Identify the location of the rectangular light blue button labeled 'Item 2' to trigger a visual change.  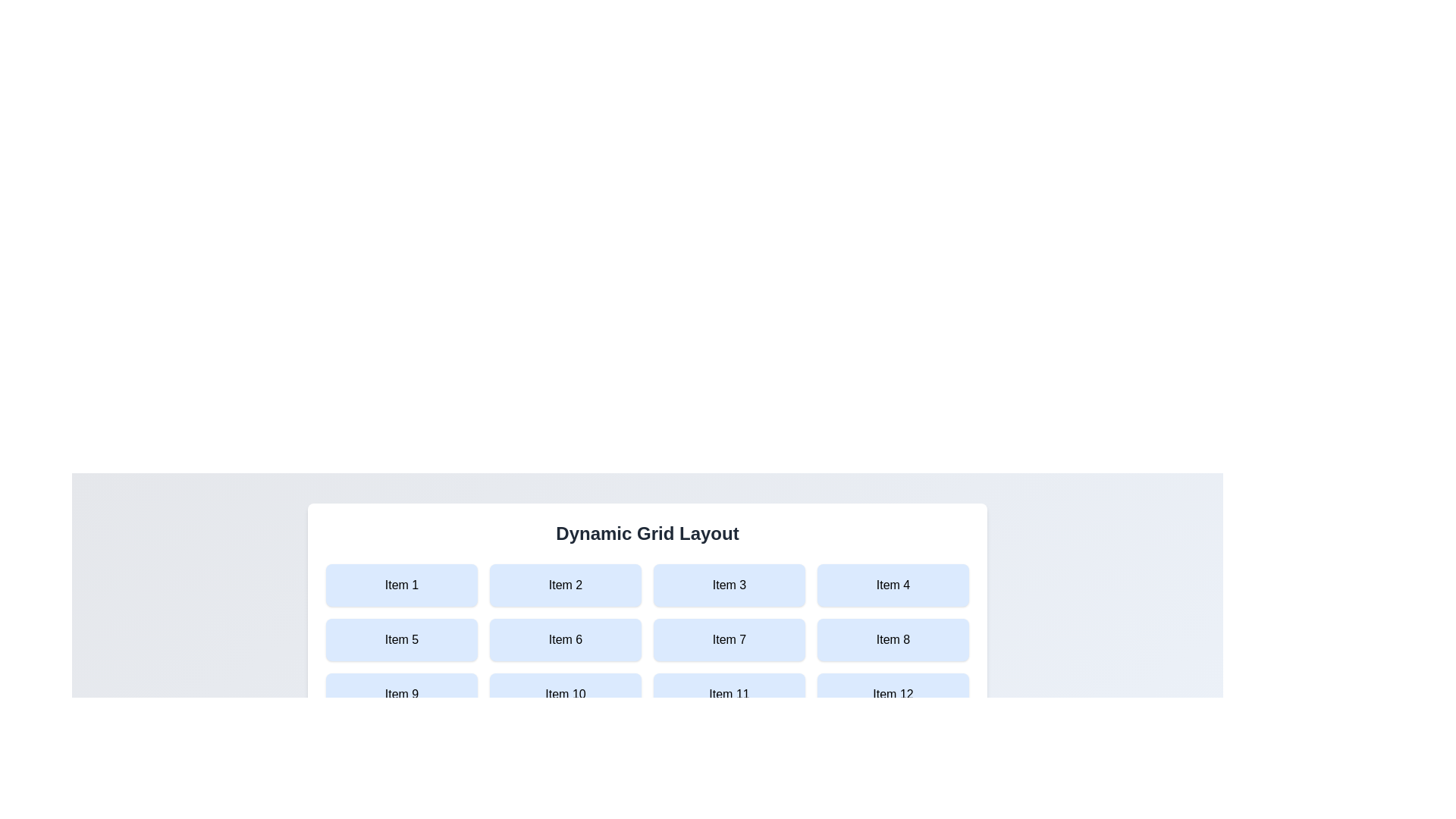
(564, 584).